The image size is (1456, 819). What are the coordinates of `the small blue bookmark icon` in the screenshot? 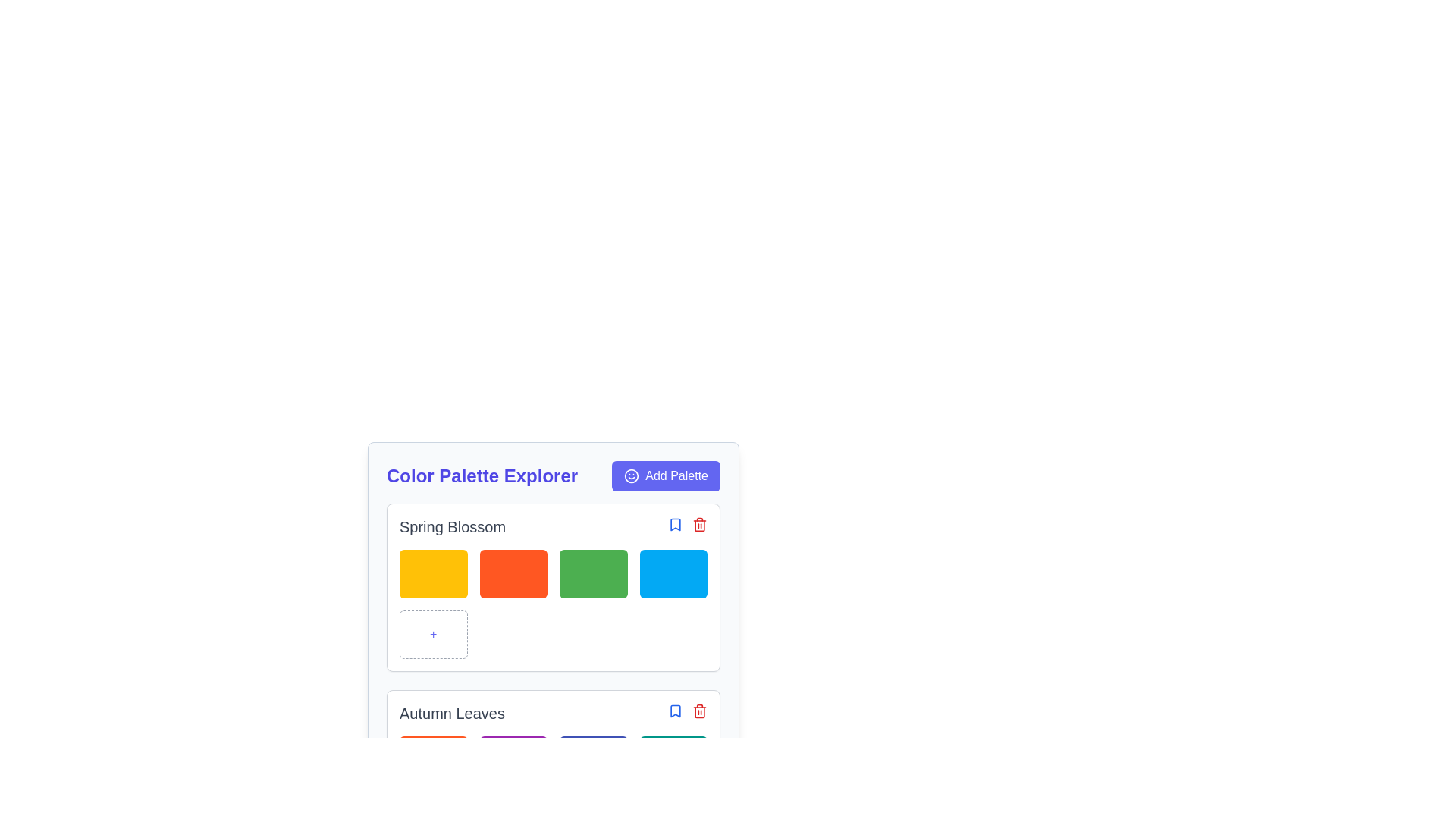 It's located at (675, 711).